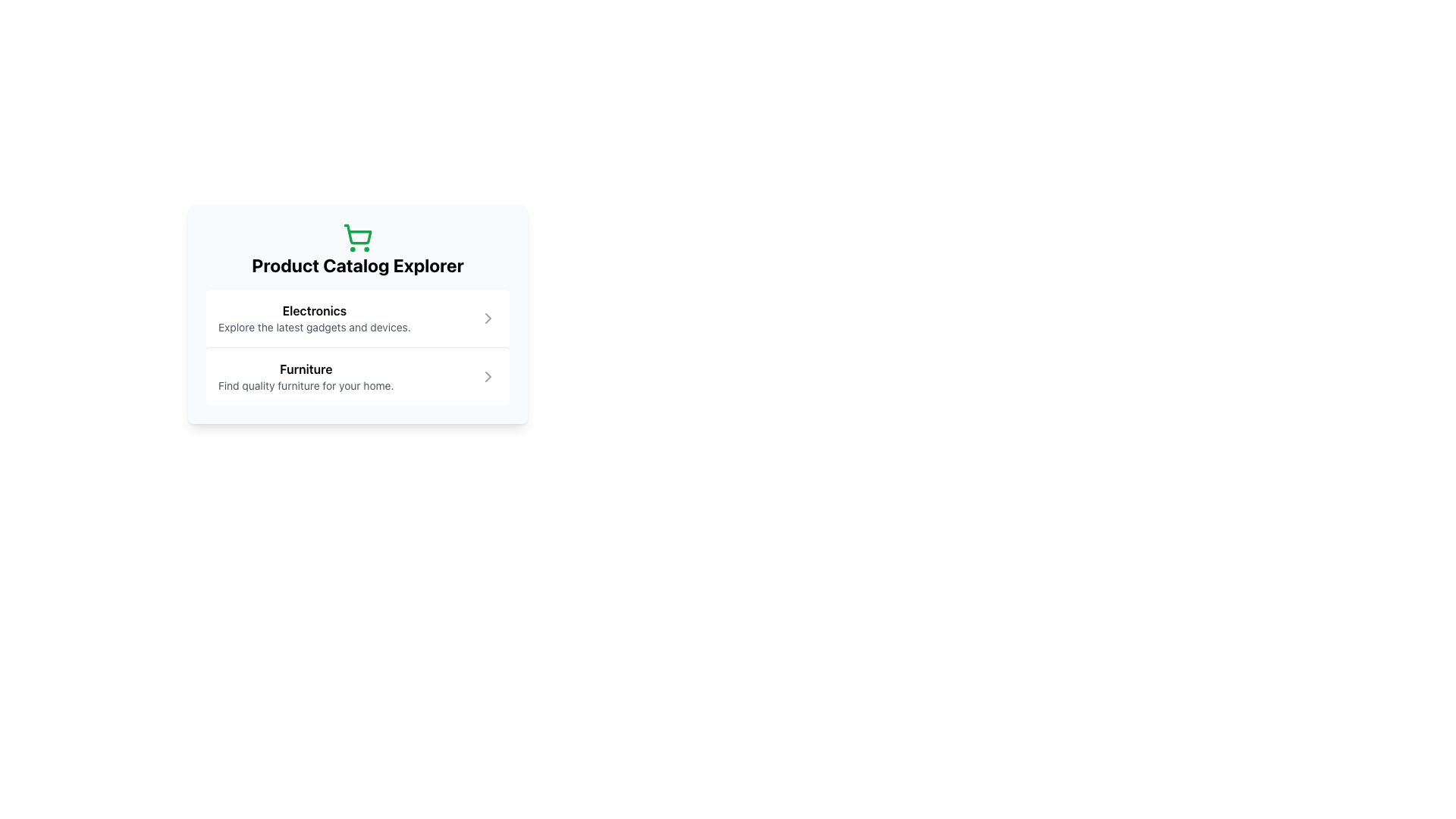 The height and width of the screenshot is (819, 1456). I want to click on the navigational icon located at the far right of the 'Electronics' row in the 'Product Catalog Explorer' interface, so click(488, 318).